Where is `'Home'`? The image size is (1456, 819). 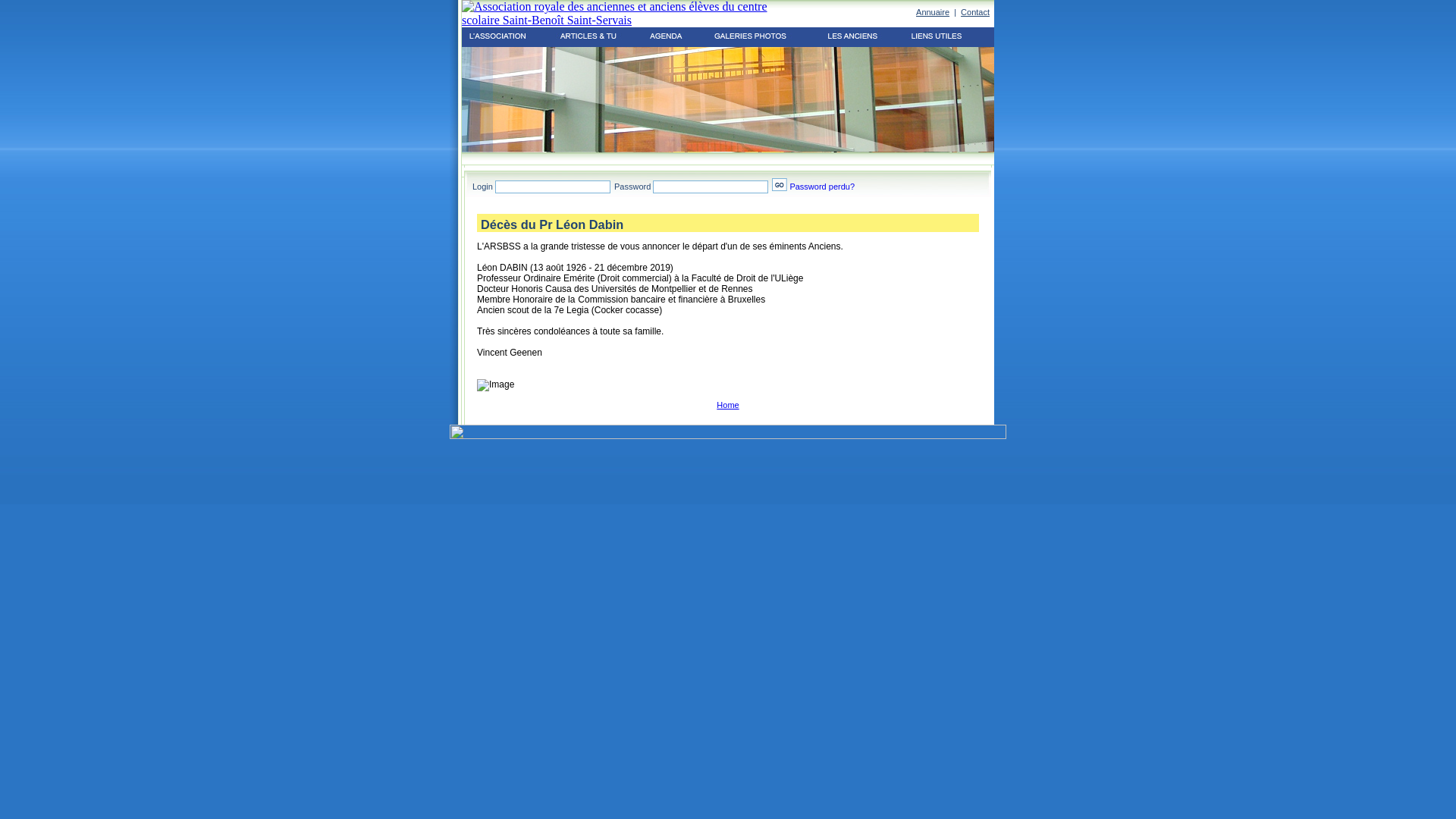 'Home' is located at coordinates (726, 403).